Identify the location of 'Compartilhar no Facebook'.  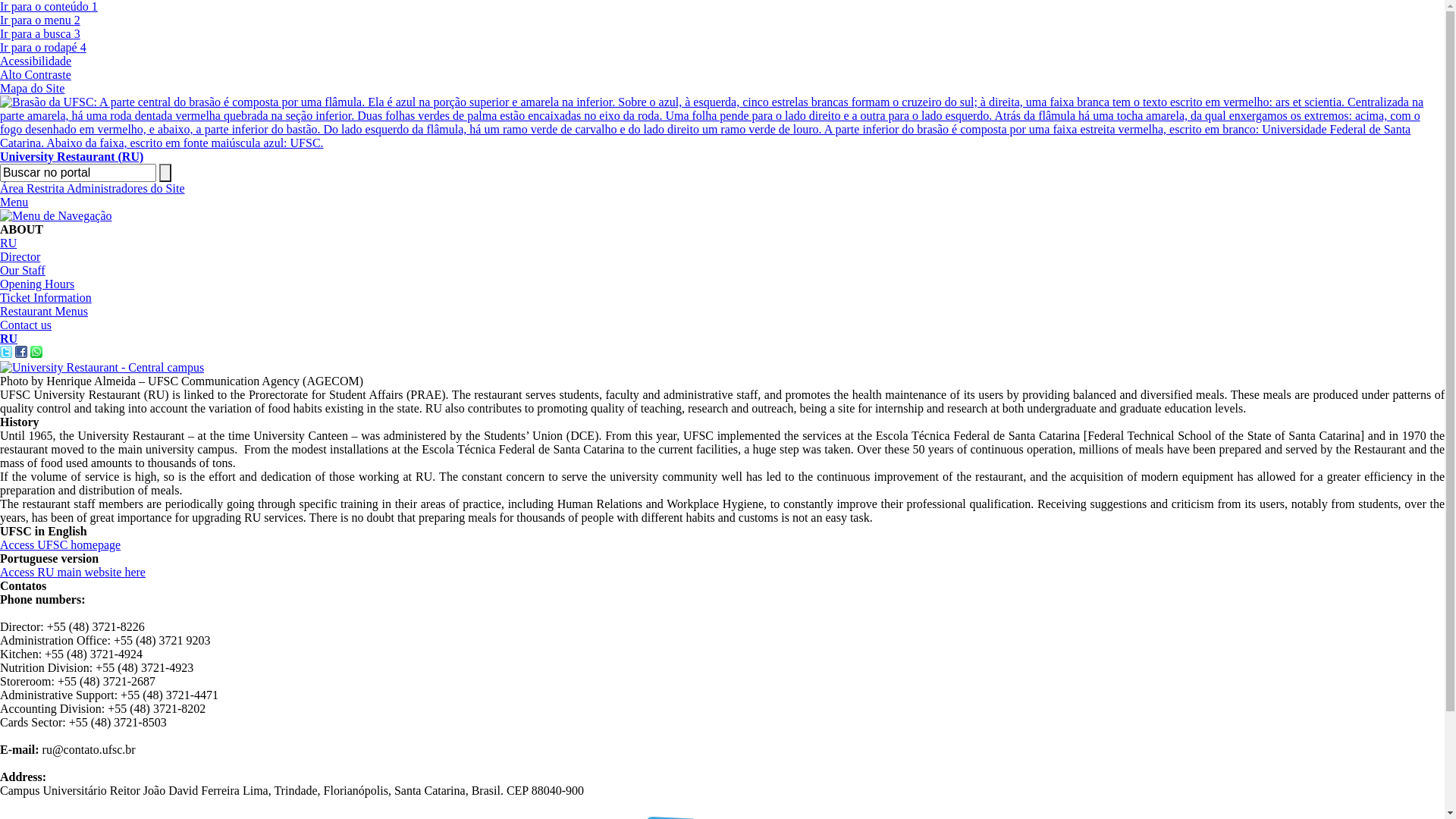
(21, 353).